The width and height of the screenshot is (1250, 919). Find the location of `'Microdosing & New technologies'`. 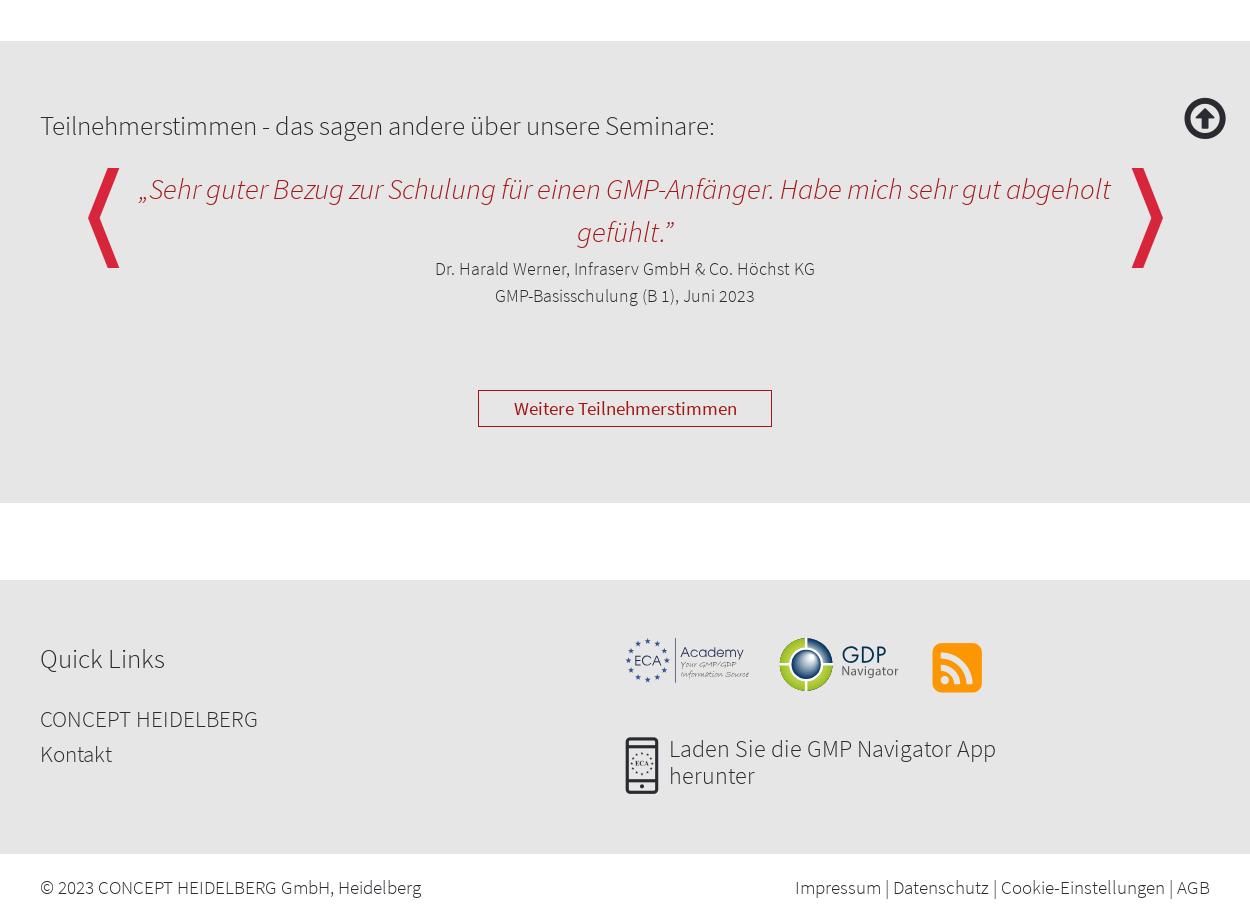

'Microdosing & New technologies' is located at coordinates (166, 824).